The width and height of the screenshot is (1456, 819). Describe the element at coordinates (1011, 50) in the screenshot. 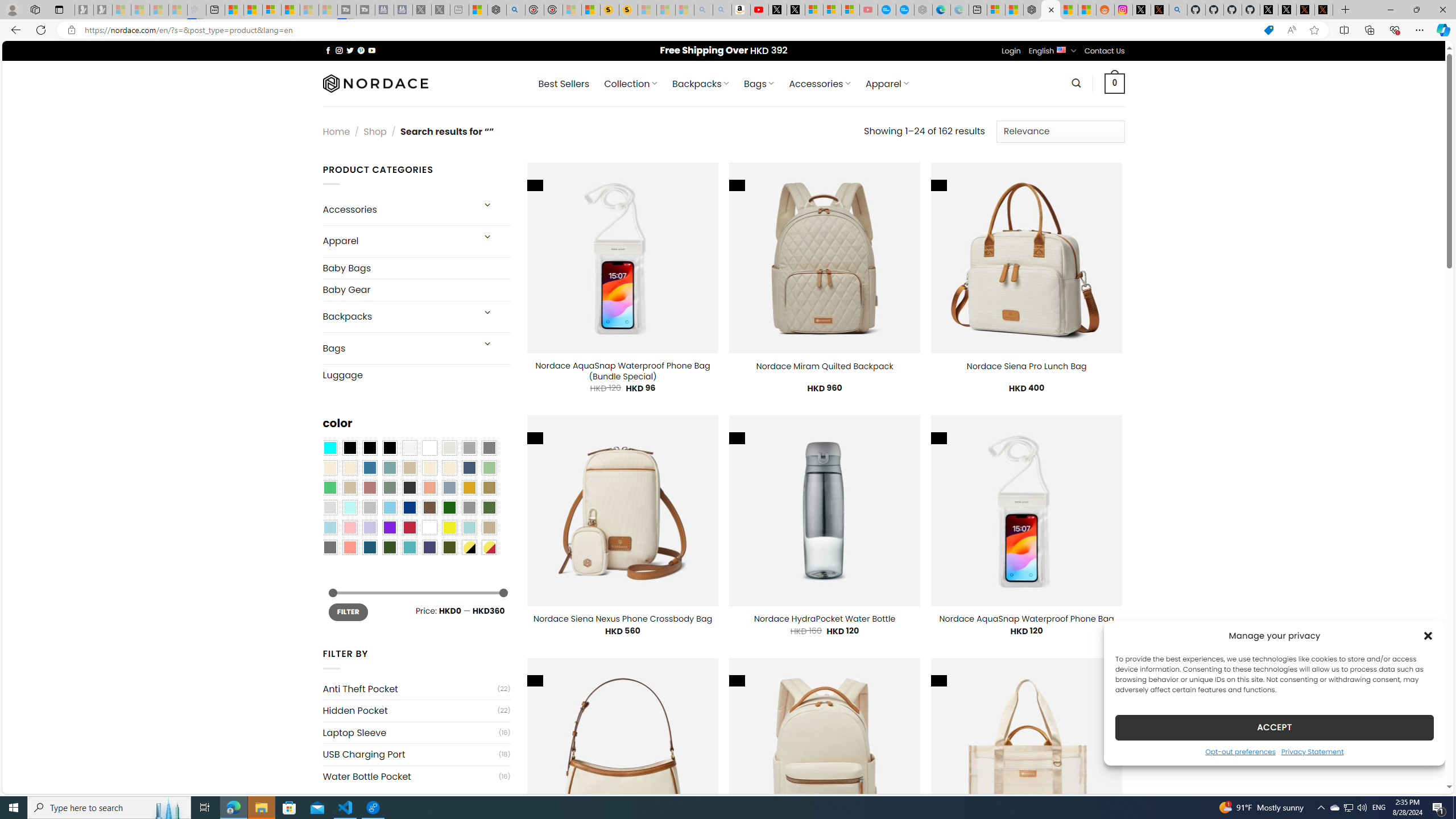

I see `'Login'` at that location.